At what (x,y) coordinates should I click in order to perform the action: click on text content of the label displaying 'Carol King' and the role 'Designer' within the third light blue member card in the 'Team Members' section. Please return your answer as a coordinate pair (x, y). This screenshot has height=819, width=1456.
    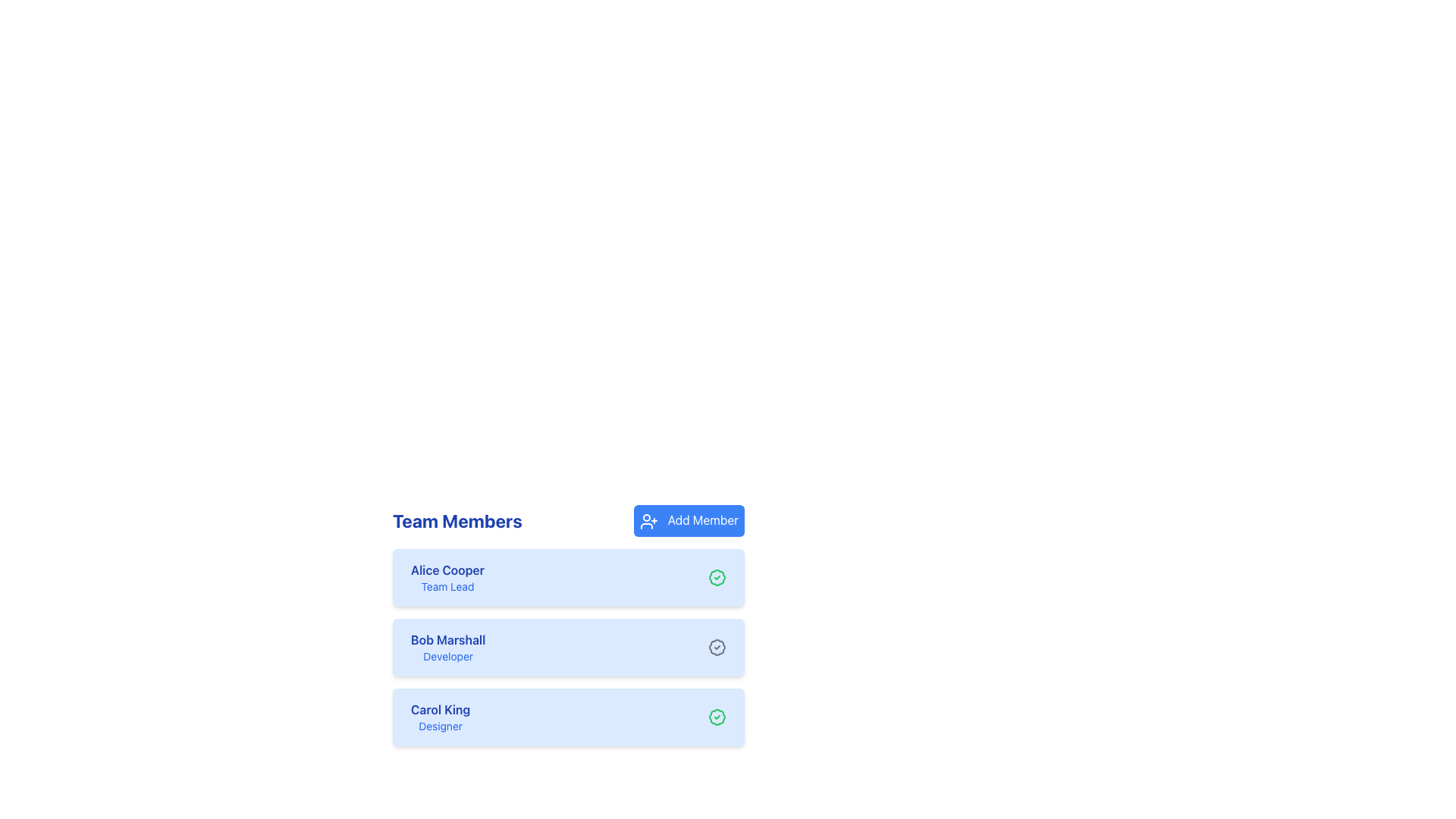
    Looking at the image, I should click on (440, 717).